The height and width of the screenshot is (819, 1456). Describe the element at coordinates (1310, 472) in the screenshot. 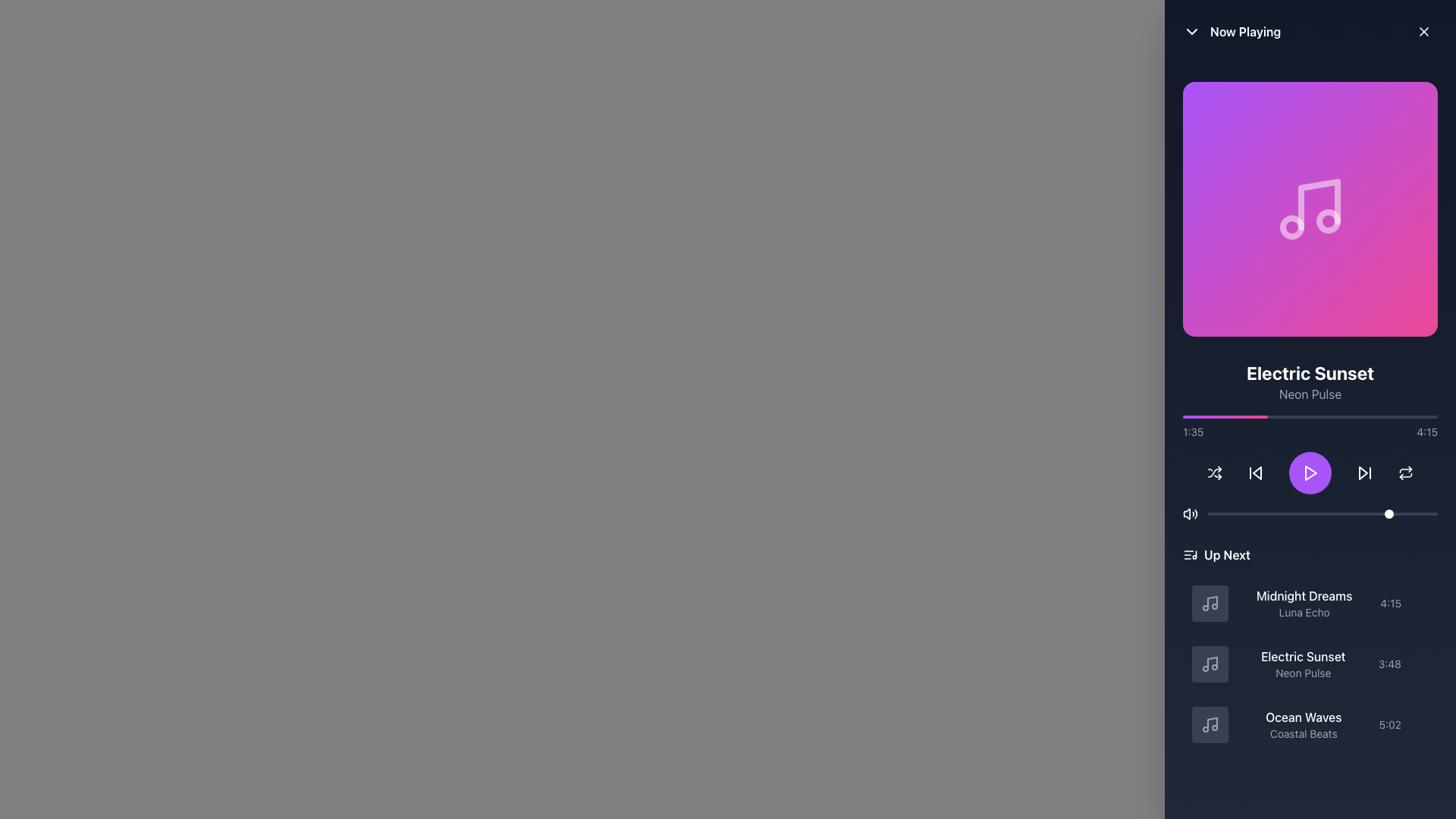

I see `the play button located in the audio control area near the bottom of the right panel to play or pause the current audio track` at that location.